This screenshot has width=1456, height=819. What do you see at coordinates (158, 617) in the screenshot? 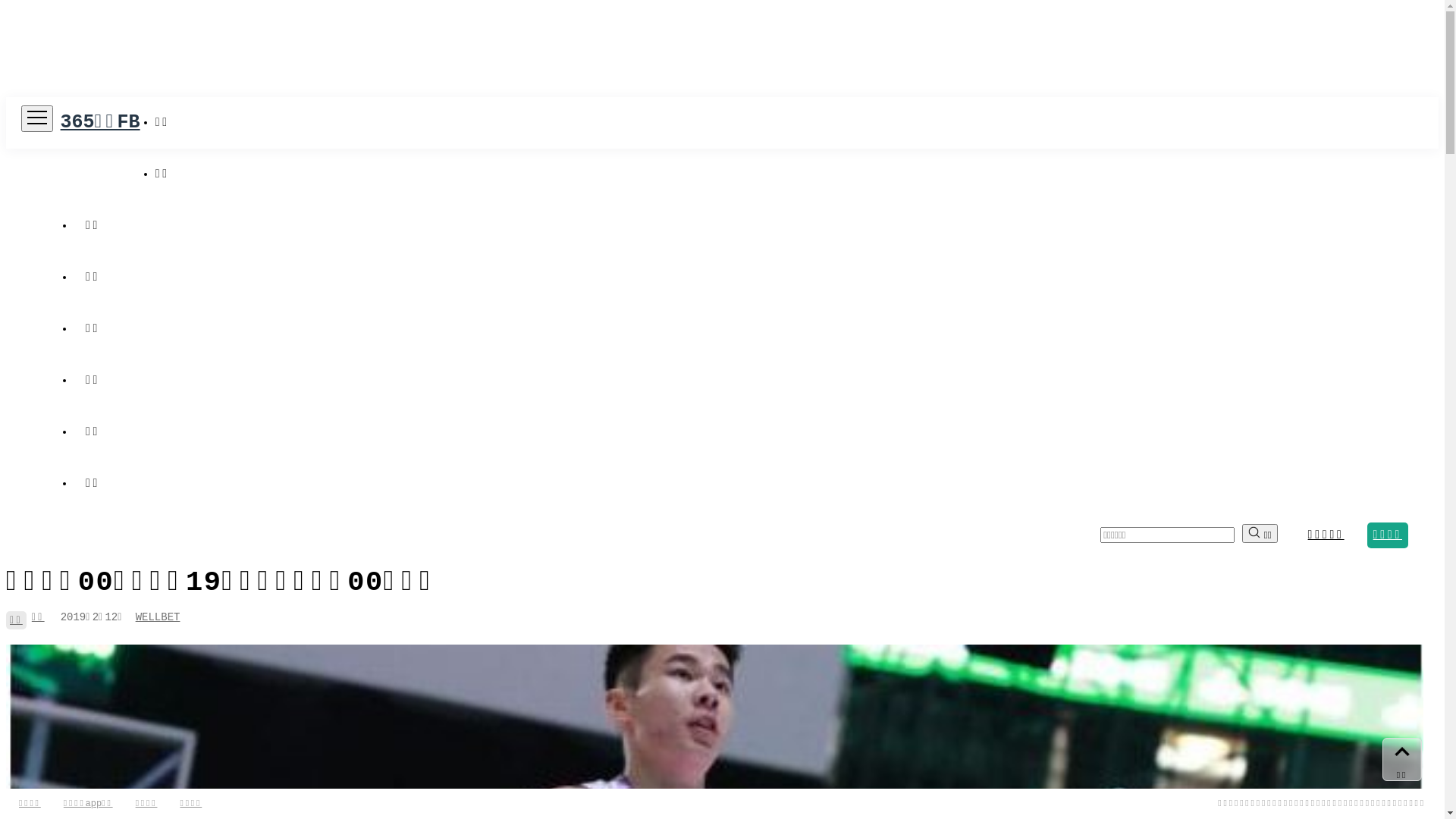
I see `'WELLBET'` at bounding box center [158, 617].